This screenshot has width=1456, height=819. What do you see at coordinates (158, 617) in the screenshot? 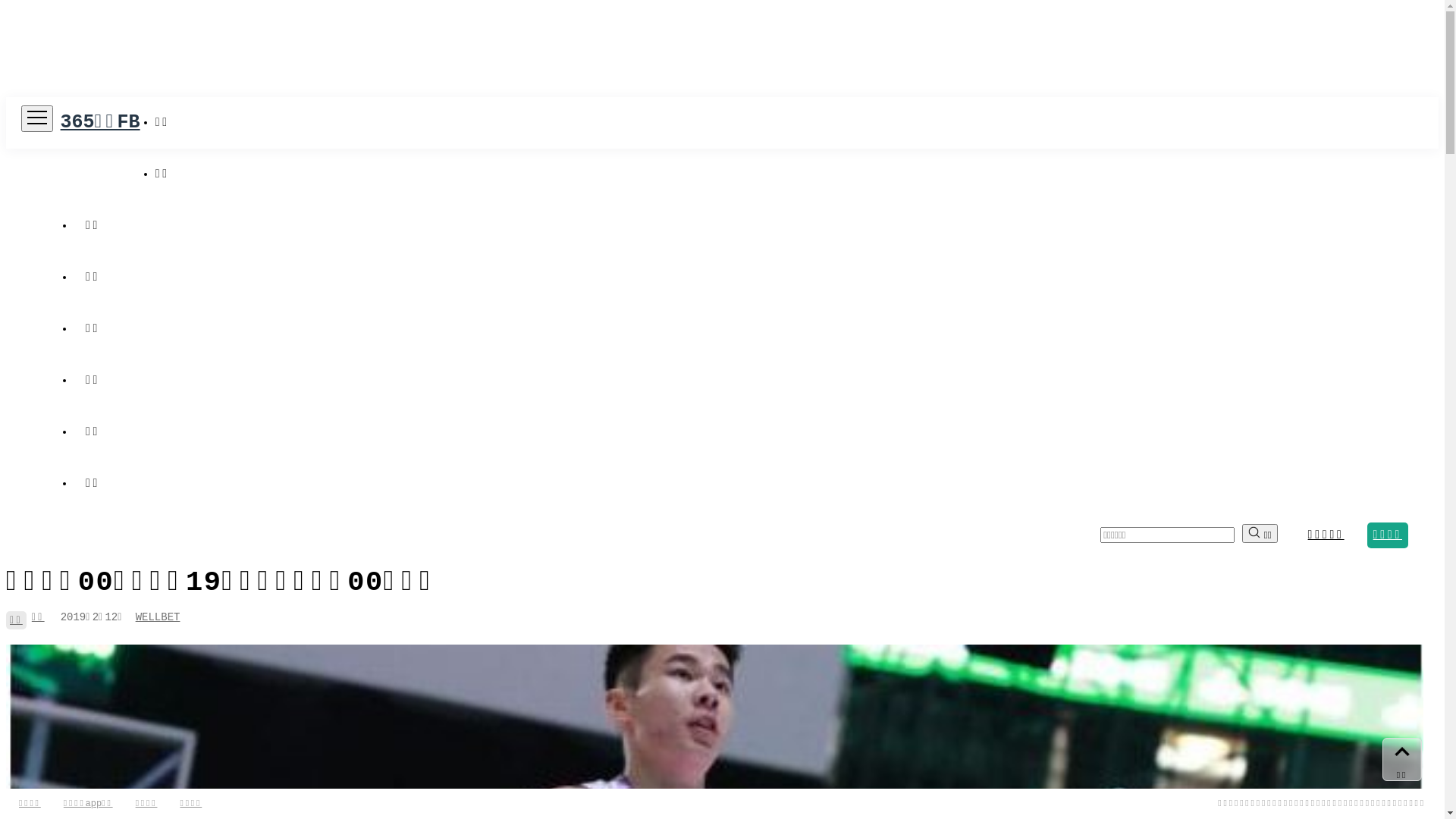
I see `'WELLBET'` at bounding box center [158, 617].